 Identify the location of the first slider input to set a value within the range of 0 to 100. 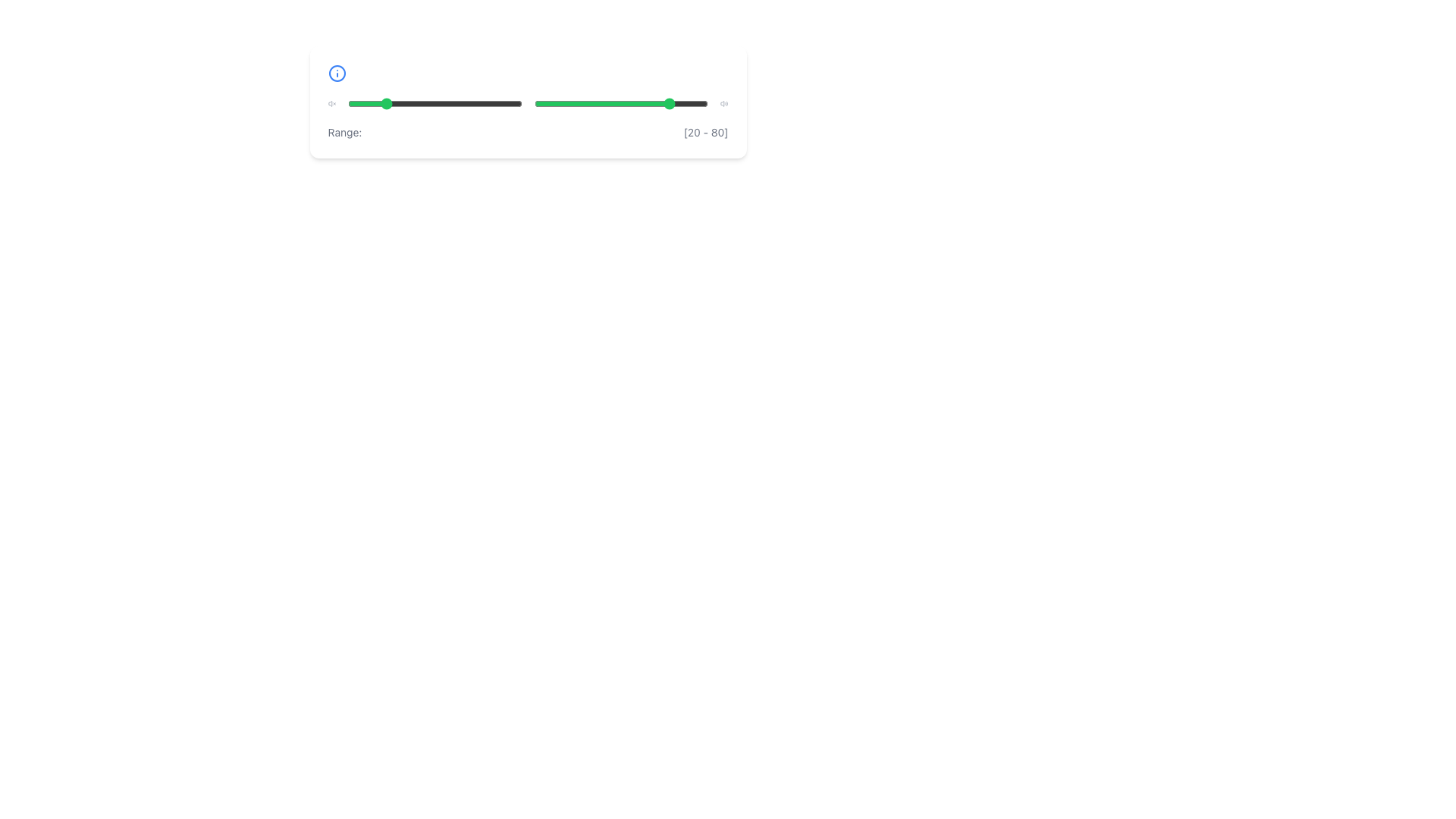
(434, 103).